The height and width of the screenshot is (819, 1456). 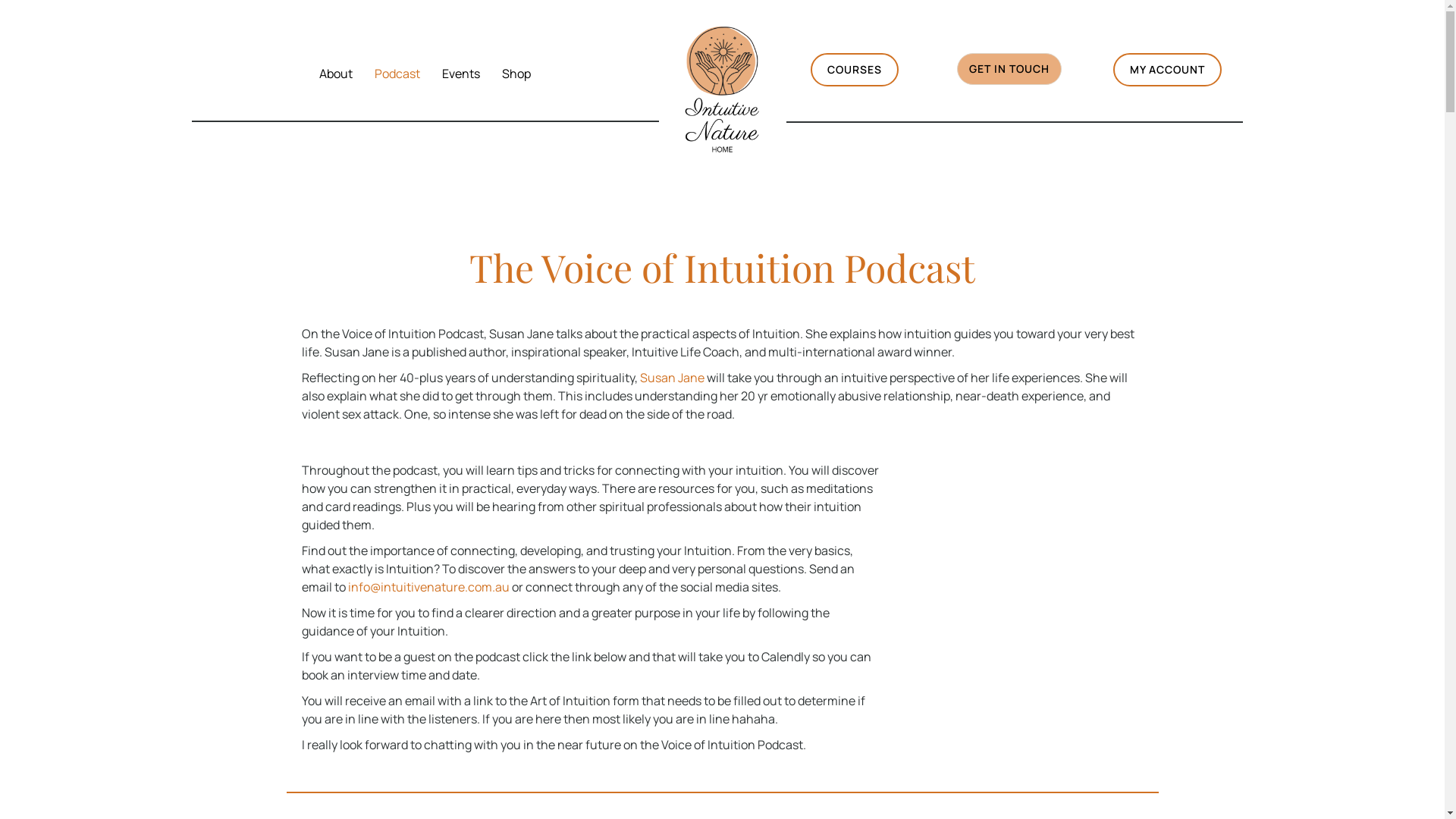 What do you see at coordinates (308, 73) in the screenshot?
I see `'About'` at bounding box center [308, 73].